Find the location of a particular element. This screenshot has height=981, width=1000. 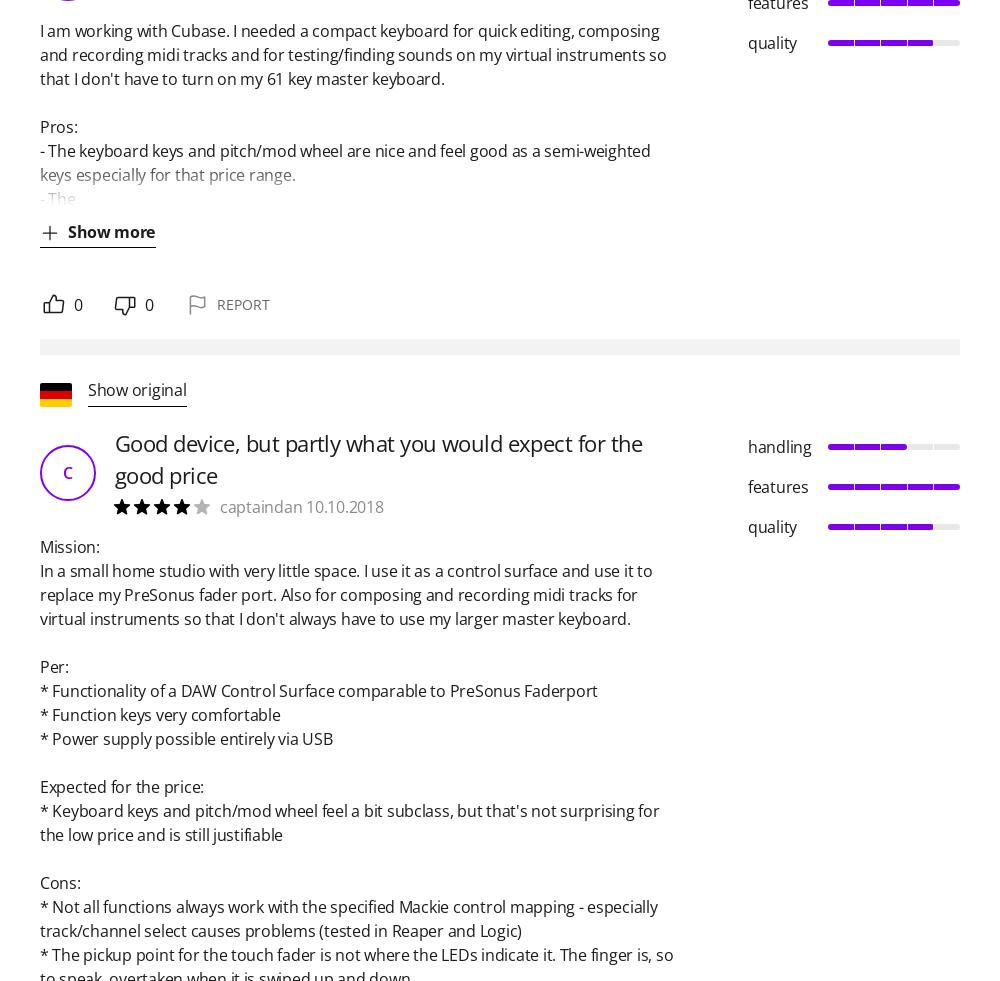

'c' is located at coordinates (66, 472).